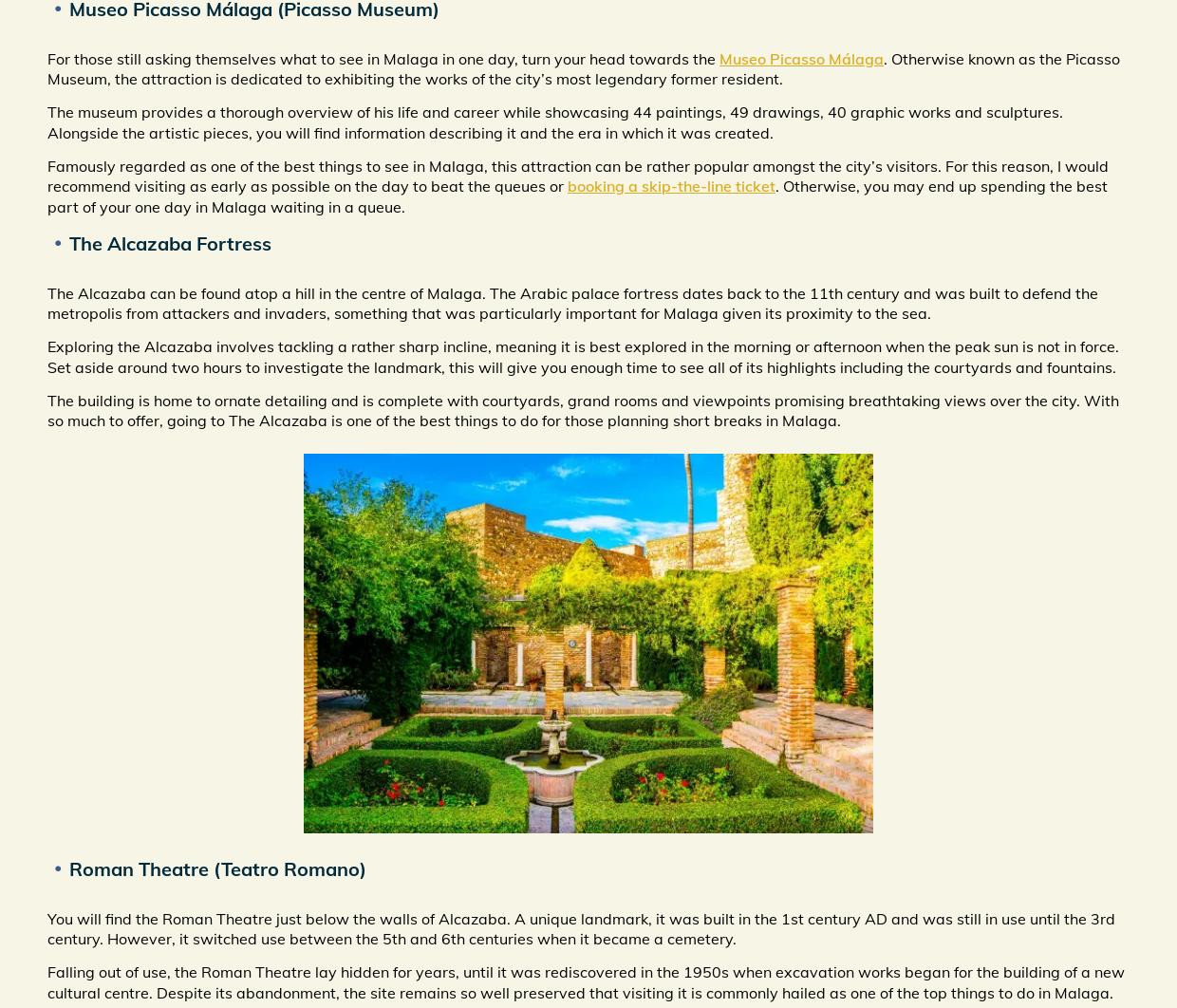 Image resolution: width=1177 pixels, height=1008 pixels. Describe the element at coordinates (671, 186) in the screenshot. I see `'booking a skip-the-line ticket'` at that location.